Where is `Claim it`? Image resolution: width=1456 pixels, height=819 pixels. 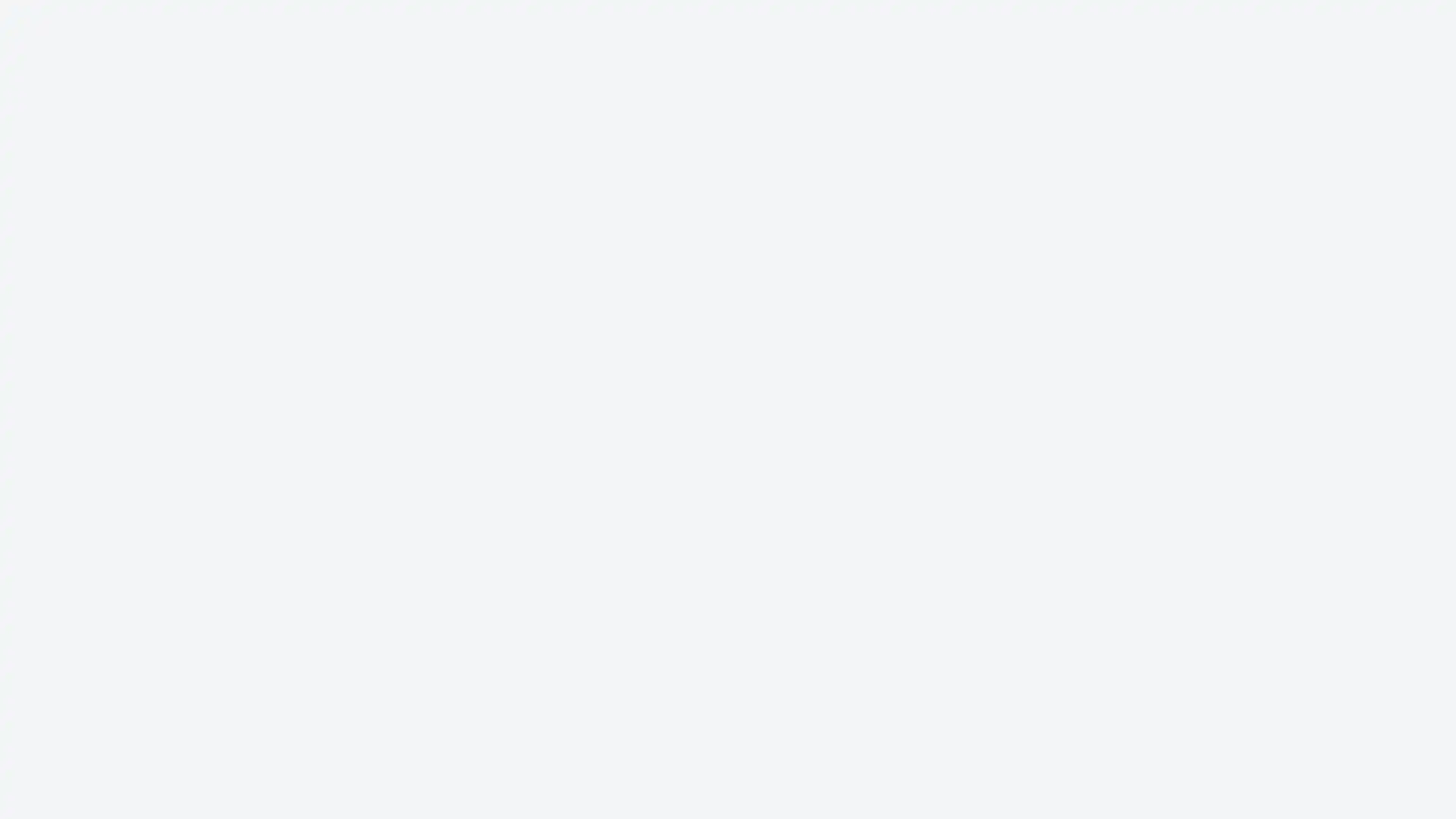 Claim it is located at coordinates (873, 357).